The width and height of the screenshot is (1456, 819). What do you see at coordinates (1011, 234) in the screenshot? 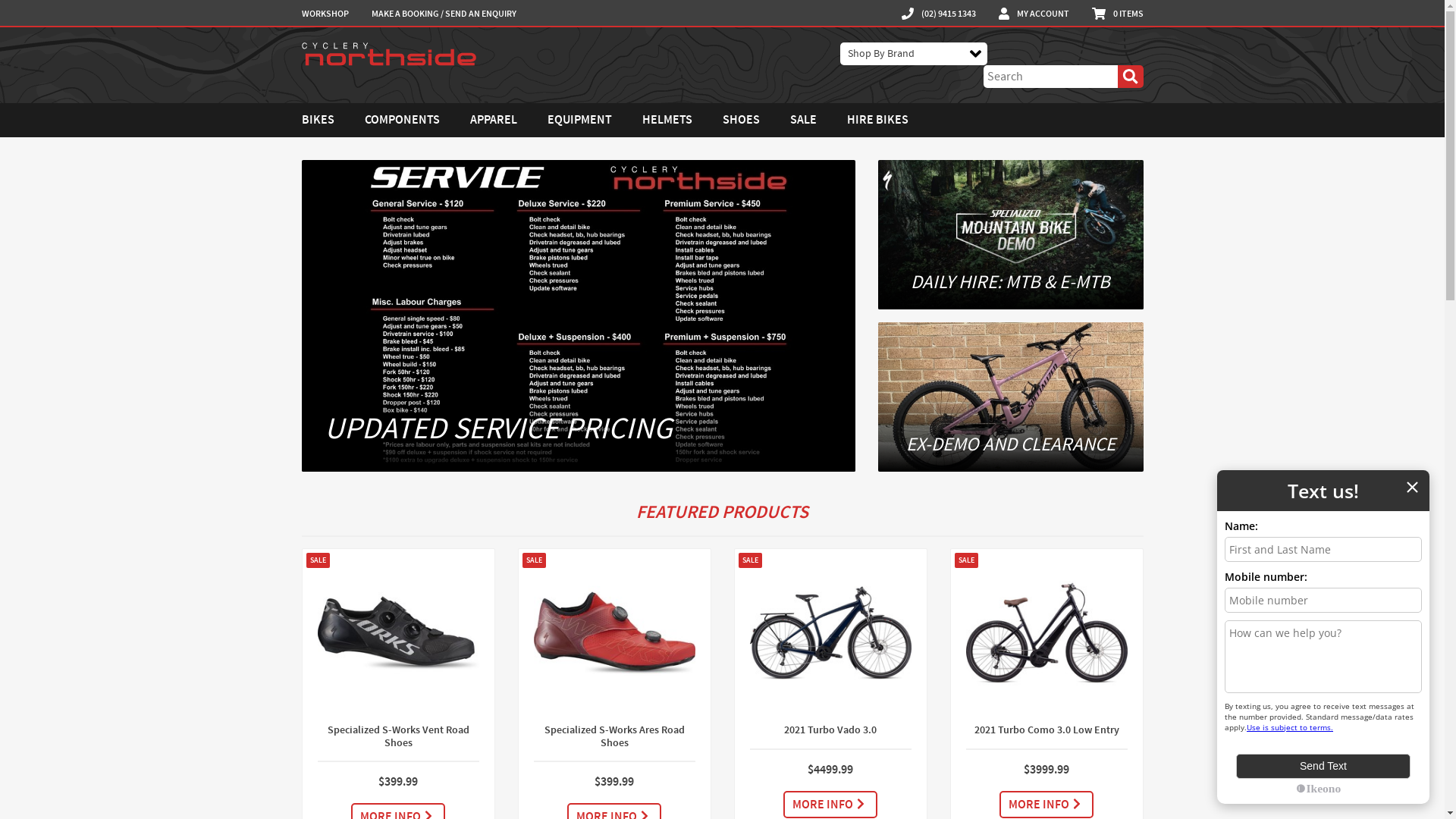
I see `'DAILY HIRE:  MTB  &  E-MTB'` at bounding box center [1011, 234].